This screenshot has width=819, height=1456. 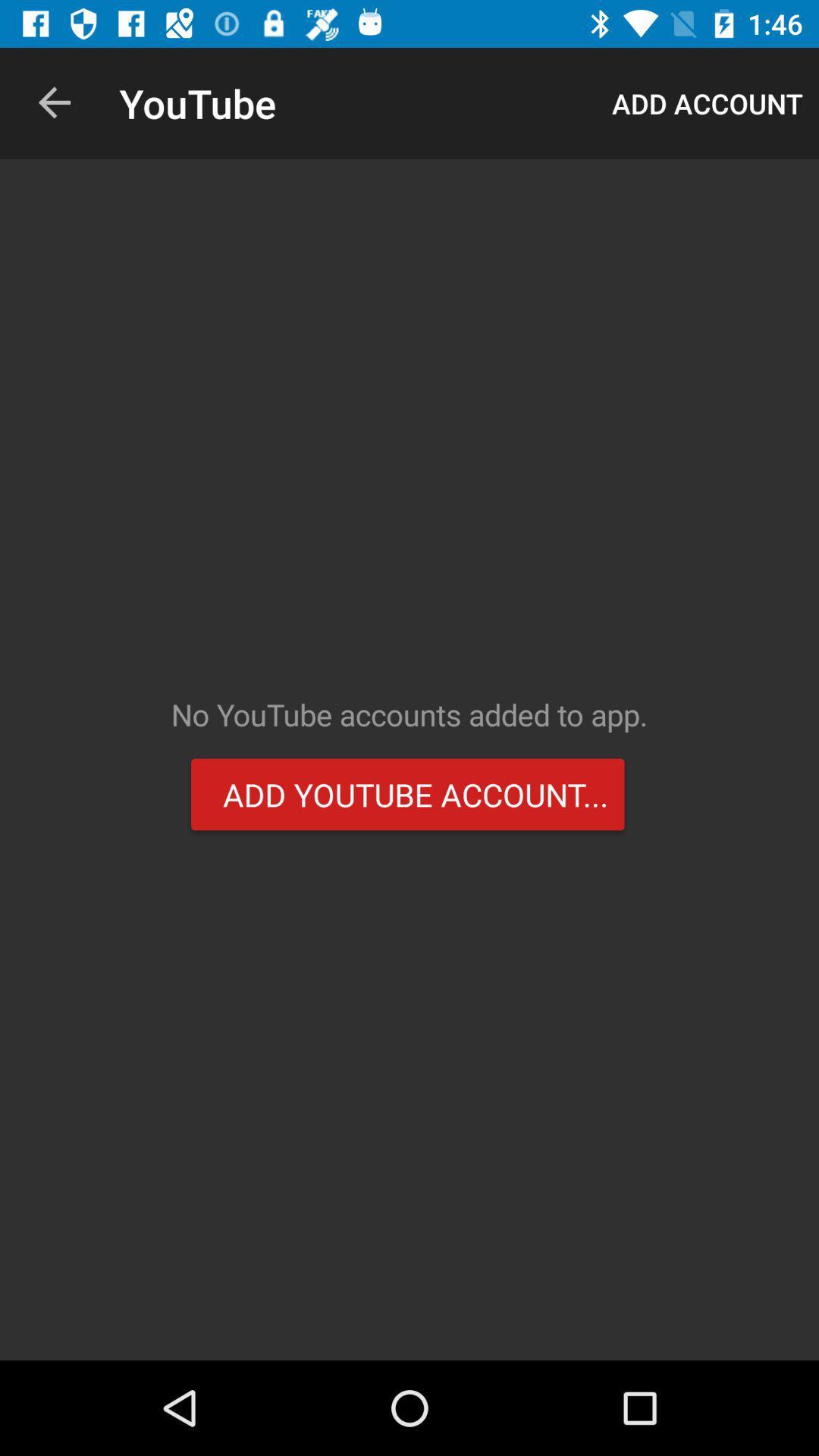 I want to click on item to the left of youtube, so click(x=55, y=102).